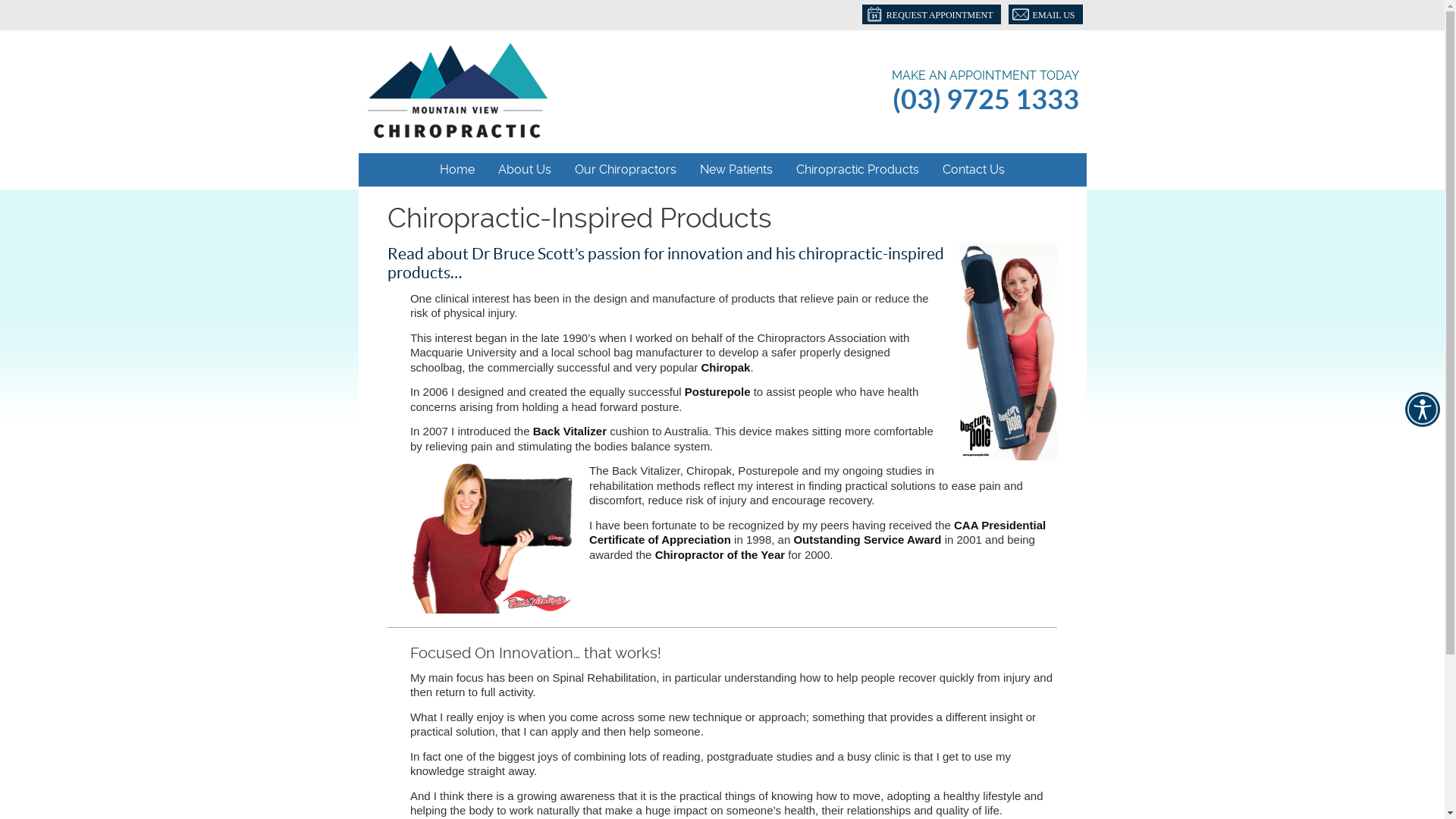 This screenshot has height=819, width=1456. Describe the element at coordinates (858, 169) in the screenshot. I see `'Chiropractic Products'` at that location.